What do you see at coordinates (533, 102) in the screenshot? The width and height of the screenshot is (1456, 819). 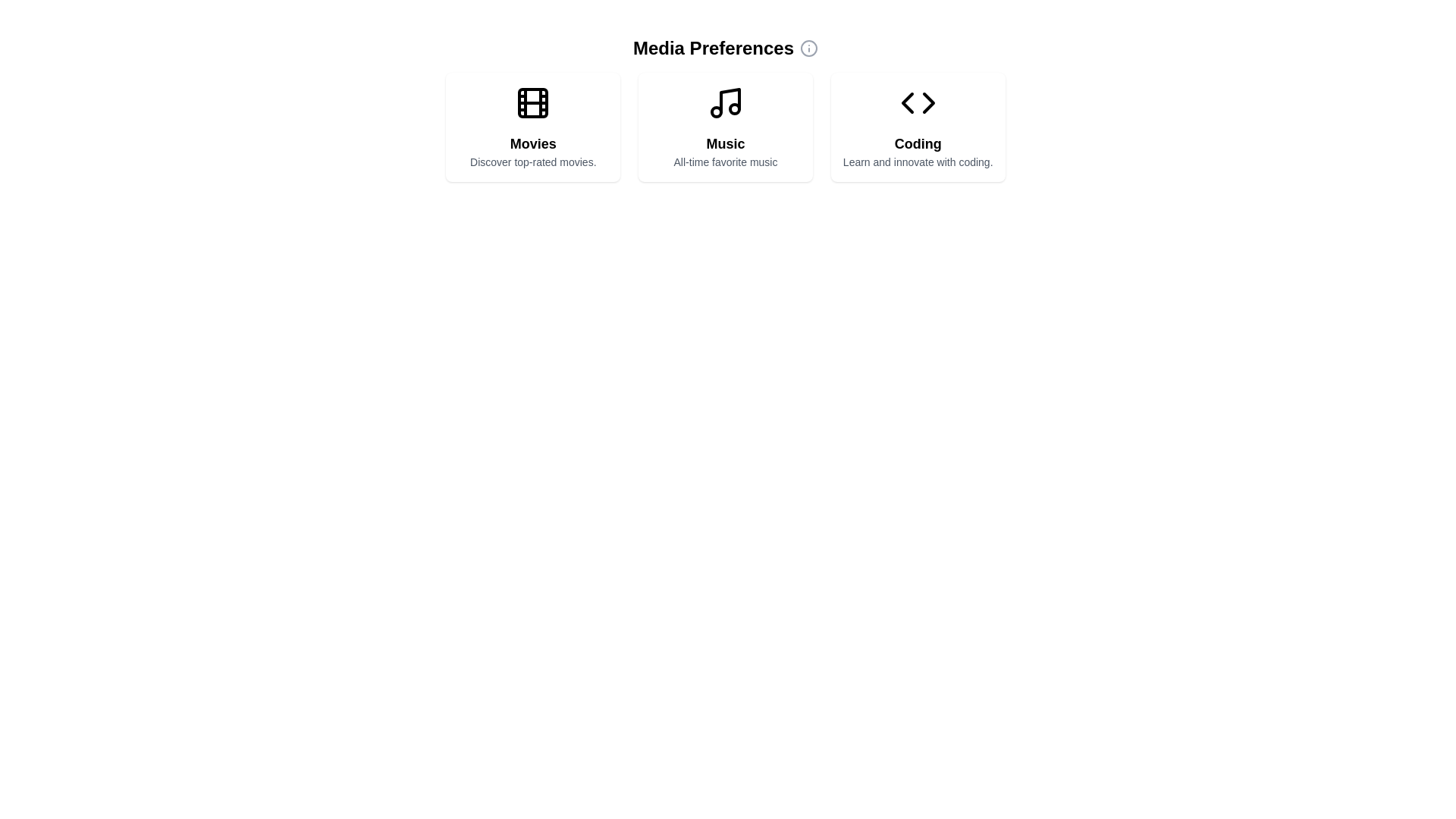 I see `the rectangular decorative element that resembles part of a film reel icon in the 'Movies' preference option` at bounding box center [533, 102].